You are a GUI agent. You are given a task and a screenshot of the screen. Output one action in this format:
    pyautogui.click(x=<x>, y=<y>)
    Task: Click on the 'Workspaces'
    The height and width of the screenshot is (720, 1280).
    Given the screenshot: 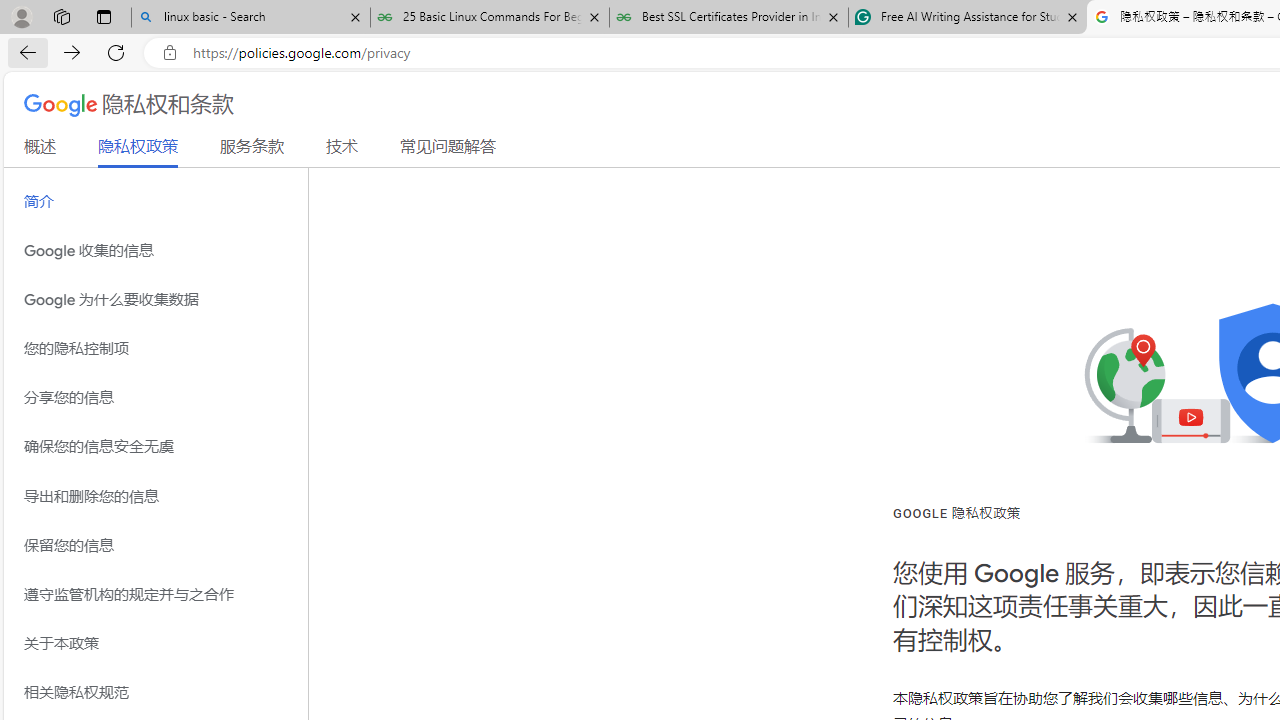 What is the action you would take?
    pyautogui.click(x=61, y=16)
    